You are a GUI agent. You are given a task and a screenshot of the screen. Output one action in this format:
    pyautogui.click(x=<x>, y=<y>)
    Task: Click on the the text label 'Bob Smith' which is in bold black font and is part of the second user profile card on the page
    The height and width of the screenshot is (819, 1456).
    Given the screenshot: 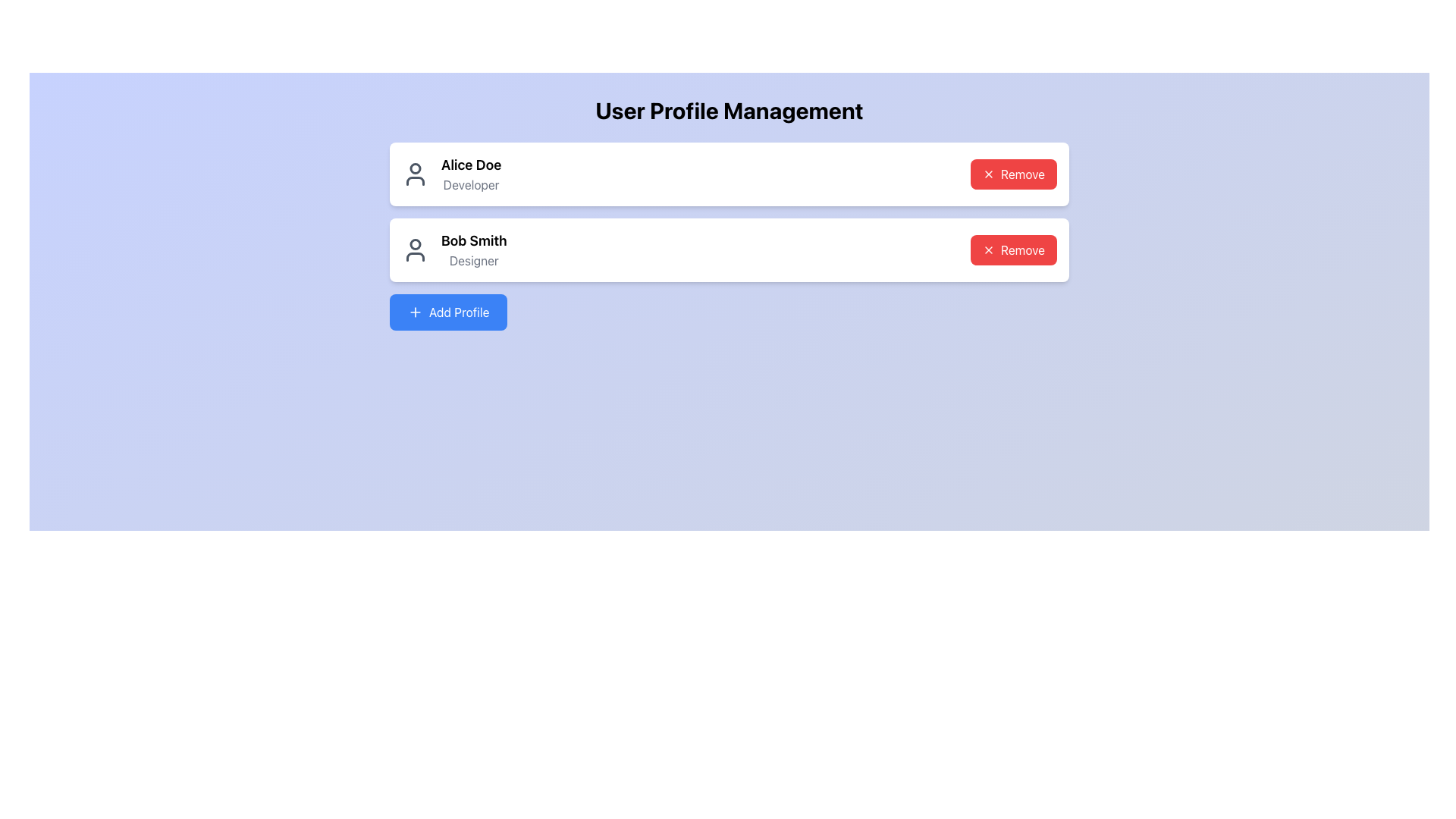 What is the action you would take?
    pyautogui.click(x=473, y=240)
    